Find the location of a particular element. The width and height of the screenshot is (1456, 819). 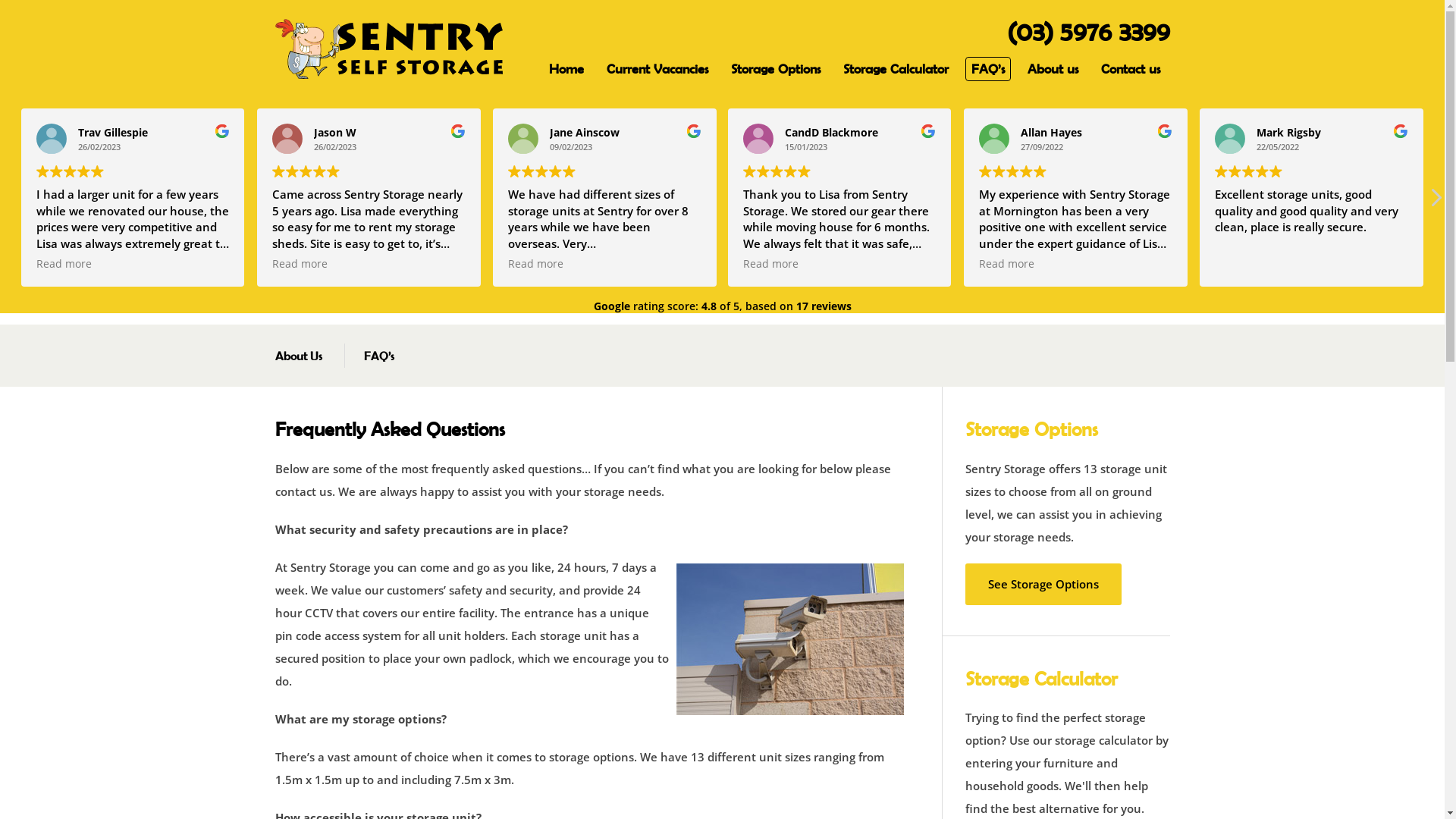

'About us' is located at coordinates (1020, 69).